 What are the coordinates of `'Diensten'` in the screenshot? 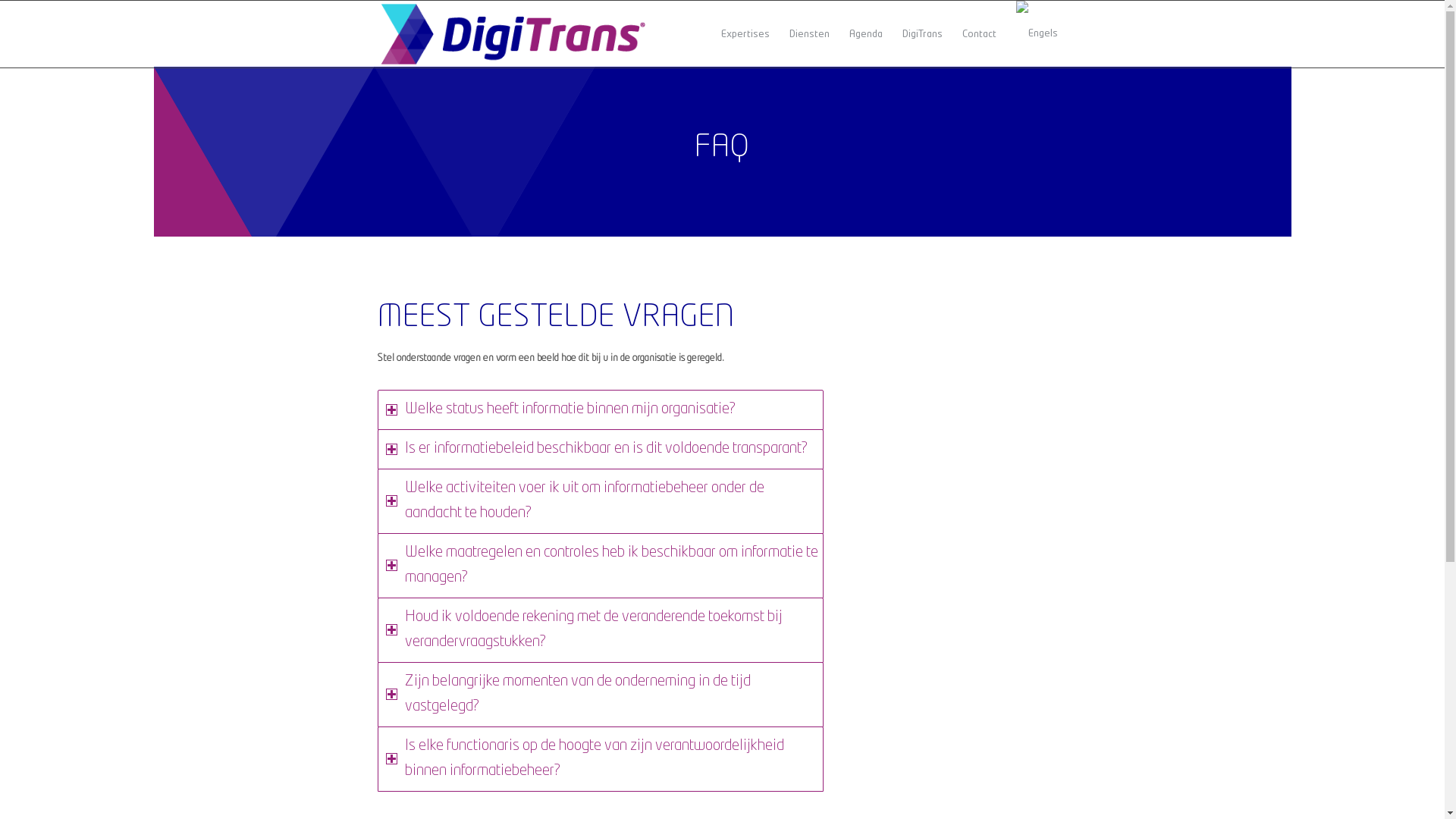 It's located at (808, 34).